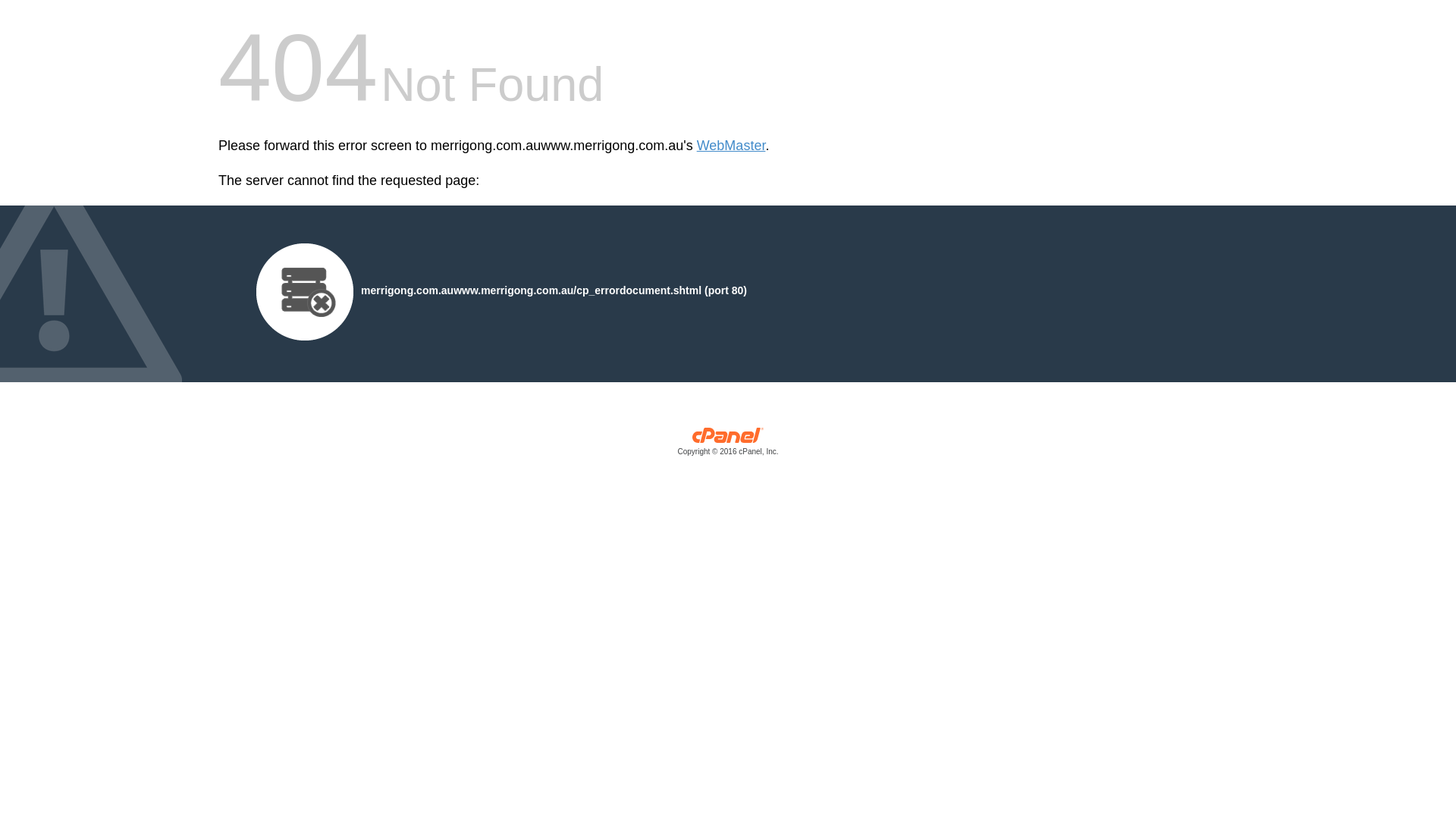 Image resolution: width=1456 pixels, height=819 pixels. I want to click on 'WebMaster', so click(731, 146).